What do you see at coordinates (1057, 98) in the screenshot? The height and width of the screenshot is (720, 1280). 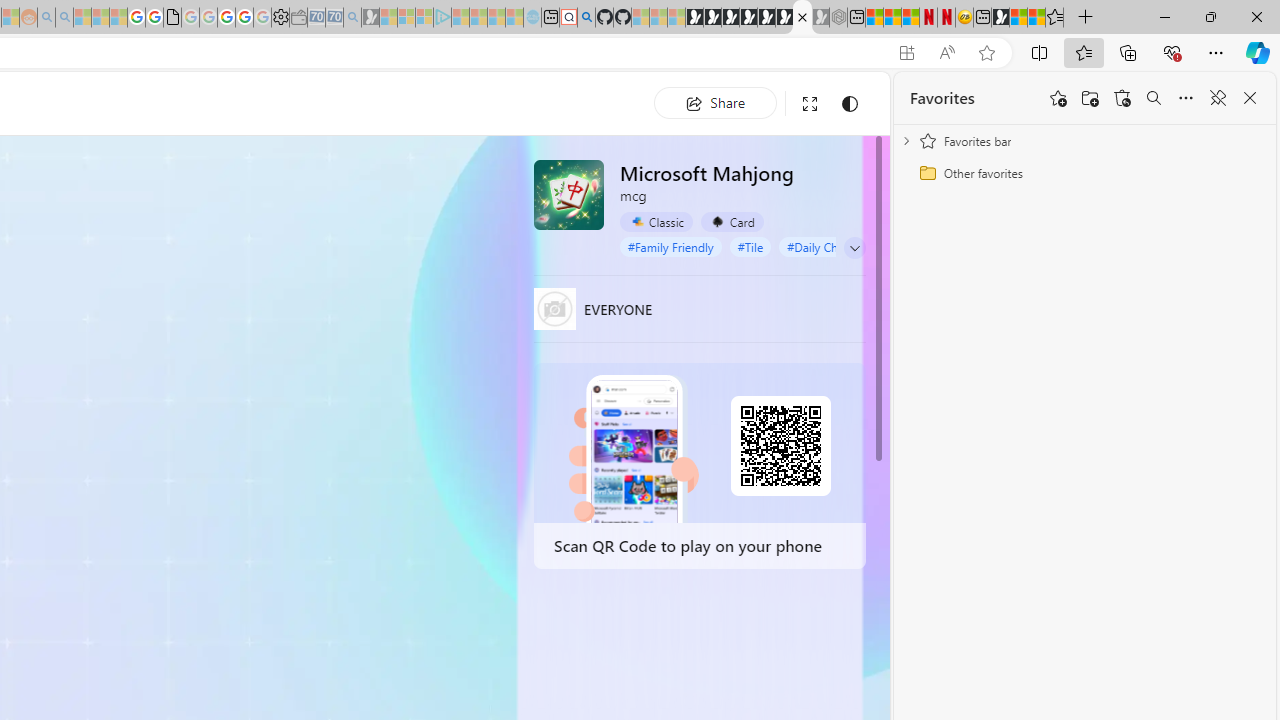 I see `'Add this page to favorites'` at bounding box center [1057, 98].